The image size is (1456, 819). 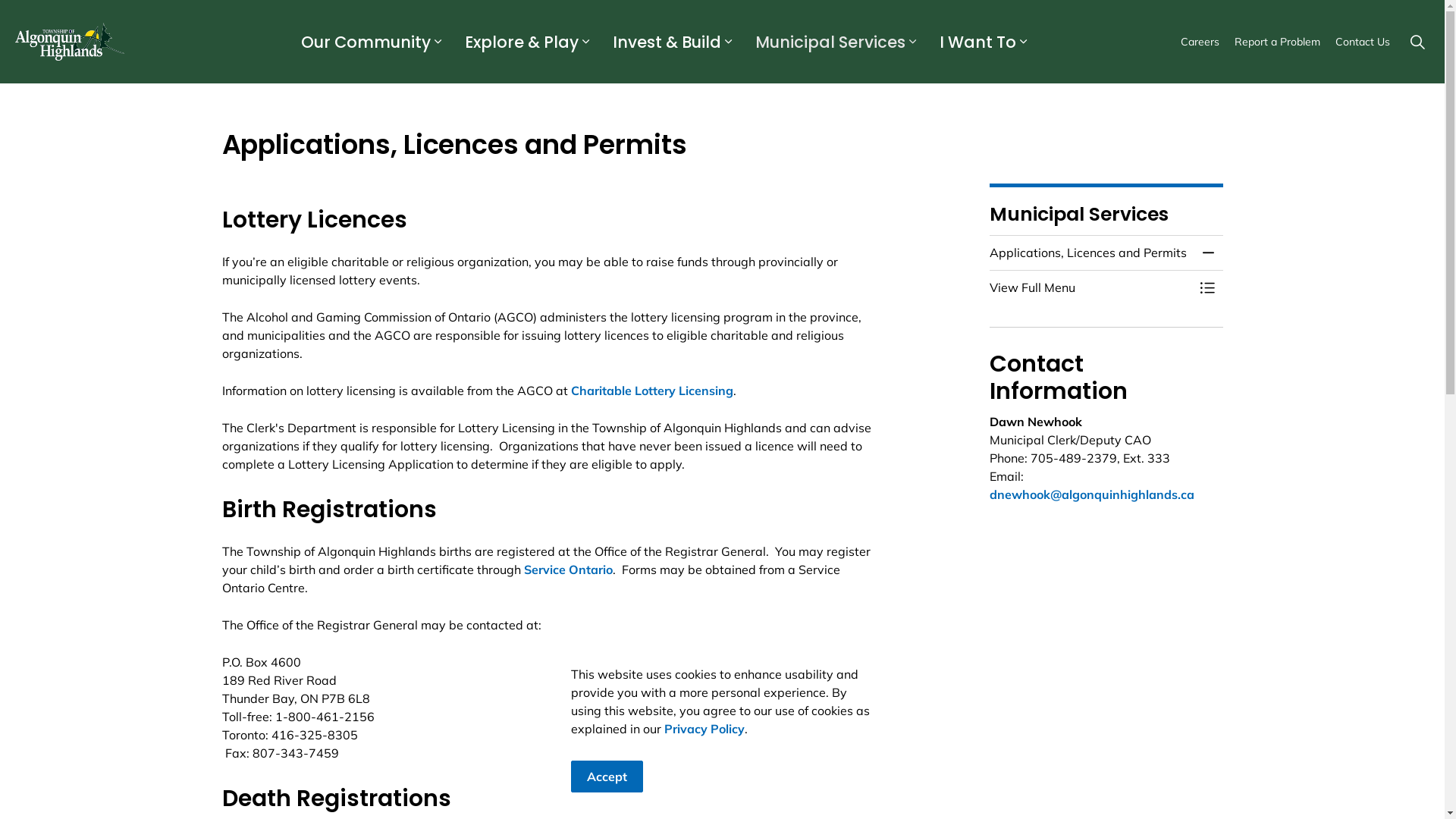 I want to click on 'Algonquin Highlands', so click(x=14, y=40).